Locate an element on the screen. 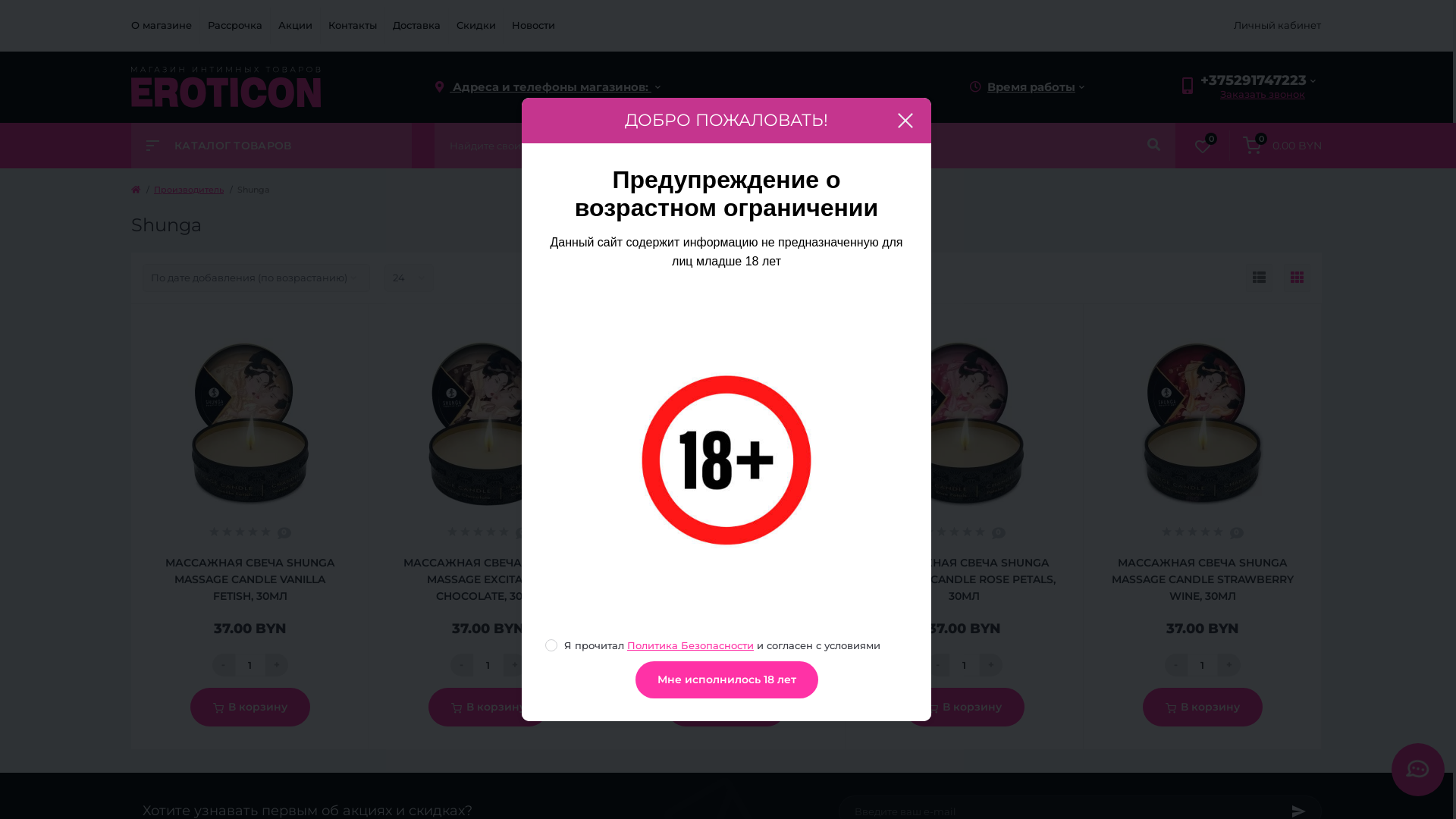  '-' is located at coordinates (461, 664).